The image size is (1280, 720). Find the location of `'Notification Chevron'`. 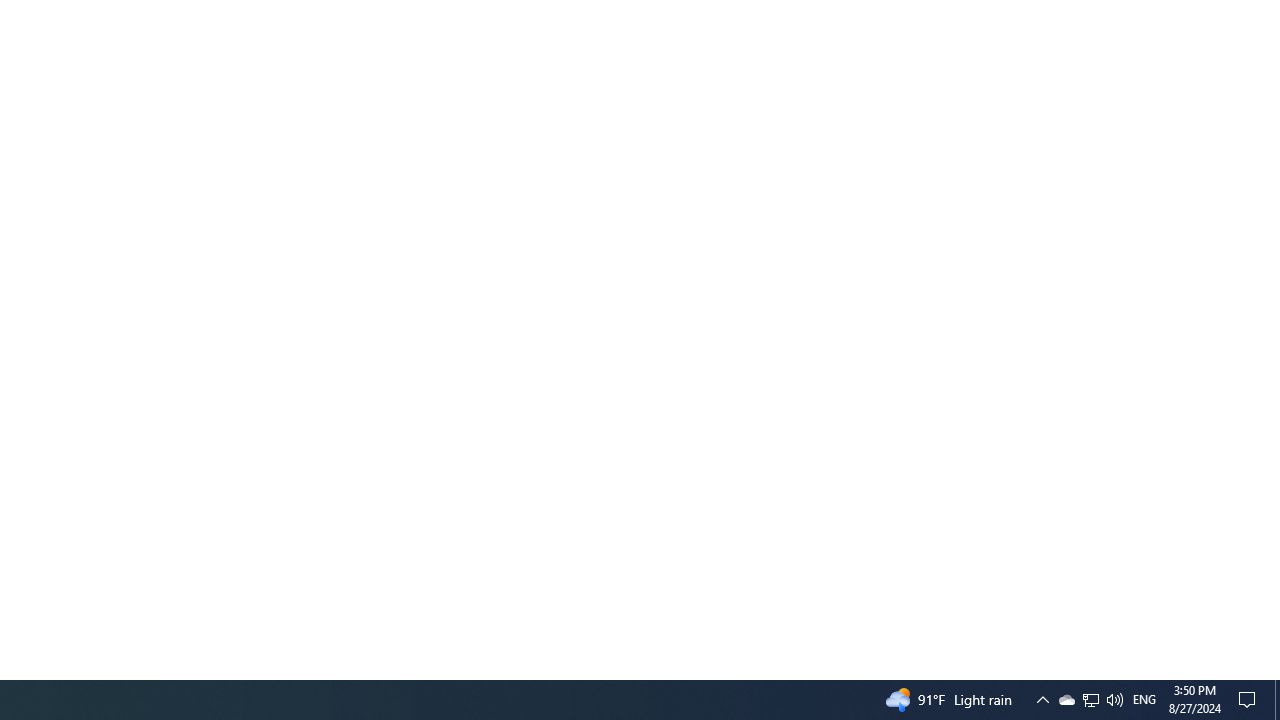

'Notification Chevron' is located at coordinates (1065, 698).